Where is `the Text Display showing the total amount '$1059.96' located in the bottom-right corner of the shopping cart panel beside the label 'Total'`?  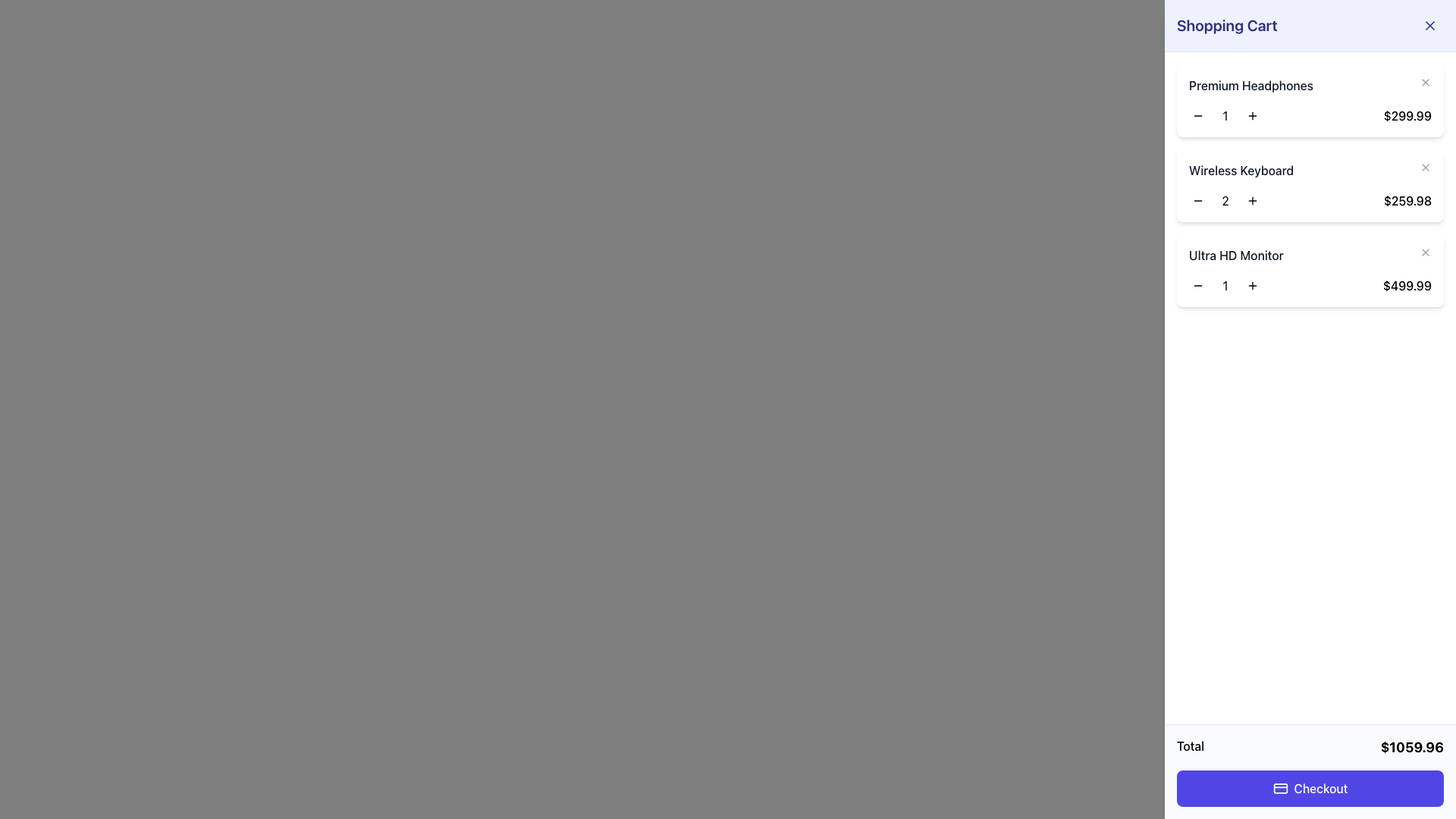 the Text Display showing the total amount '$1059.96' located in the bottom-right corner of the shopping cart panel beside the label 'Total' is located at coordinates (1411, 747).